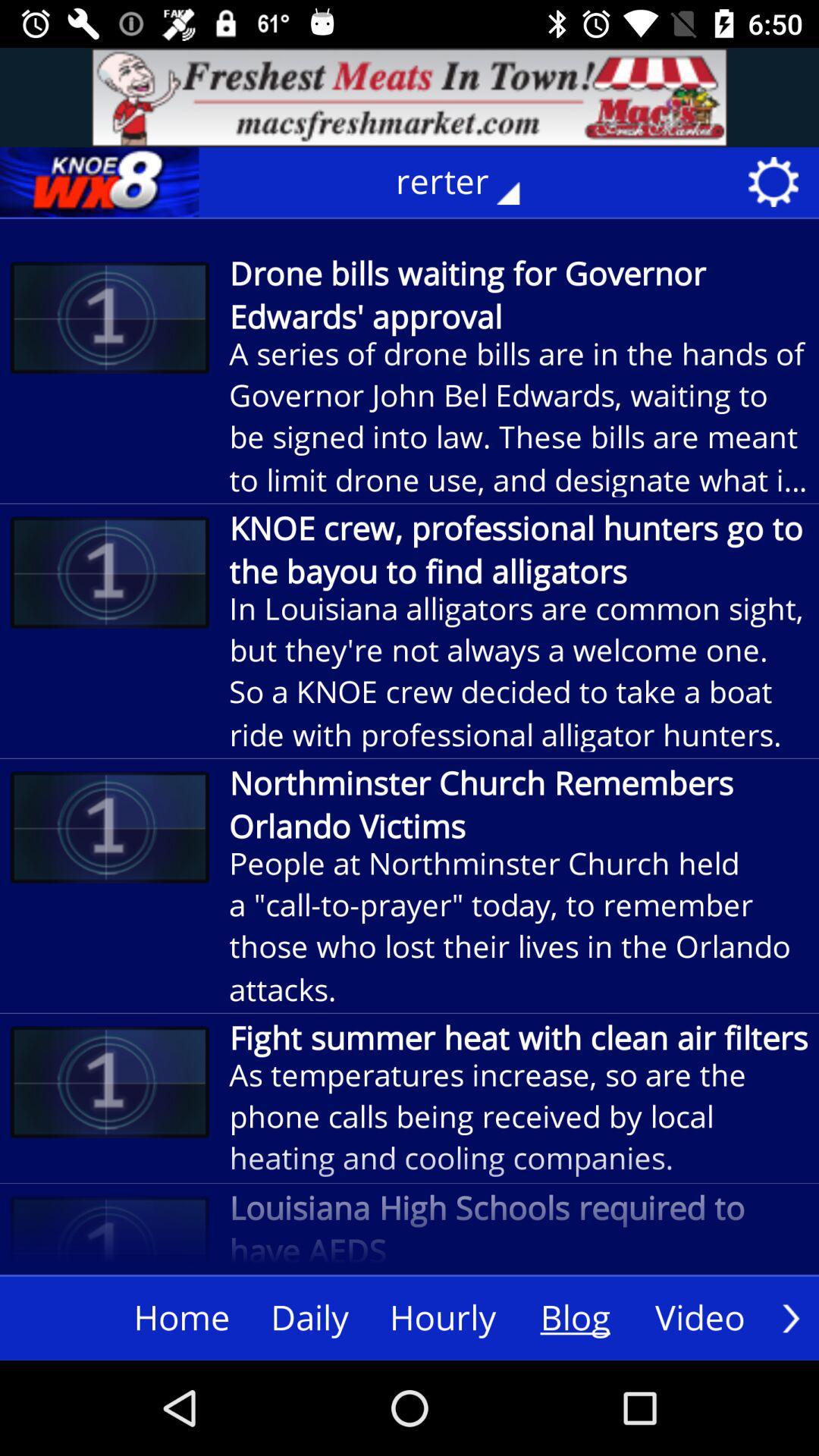 This screenshot has width=819, height=1456. I want to click on advertisement to open macsfreshmarket.com website, so click(409, 96).